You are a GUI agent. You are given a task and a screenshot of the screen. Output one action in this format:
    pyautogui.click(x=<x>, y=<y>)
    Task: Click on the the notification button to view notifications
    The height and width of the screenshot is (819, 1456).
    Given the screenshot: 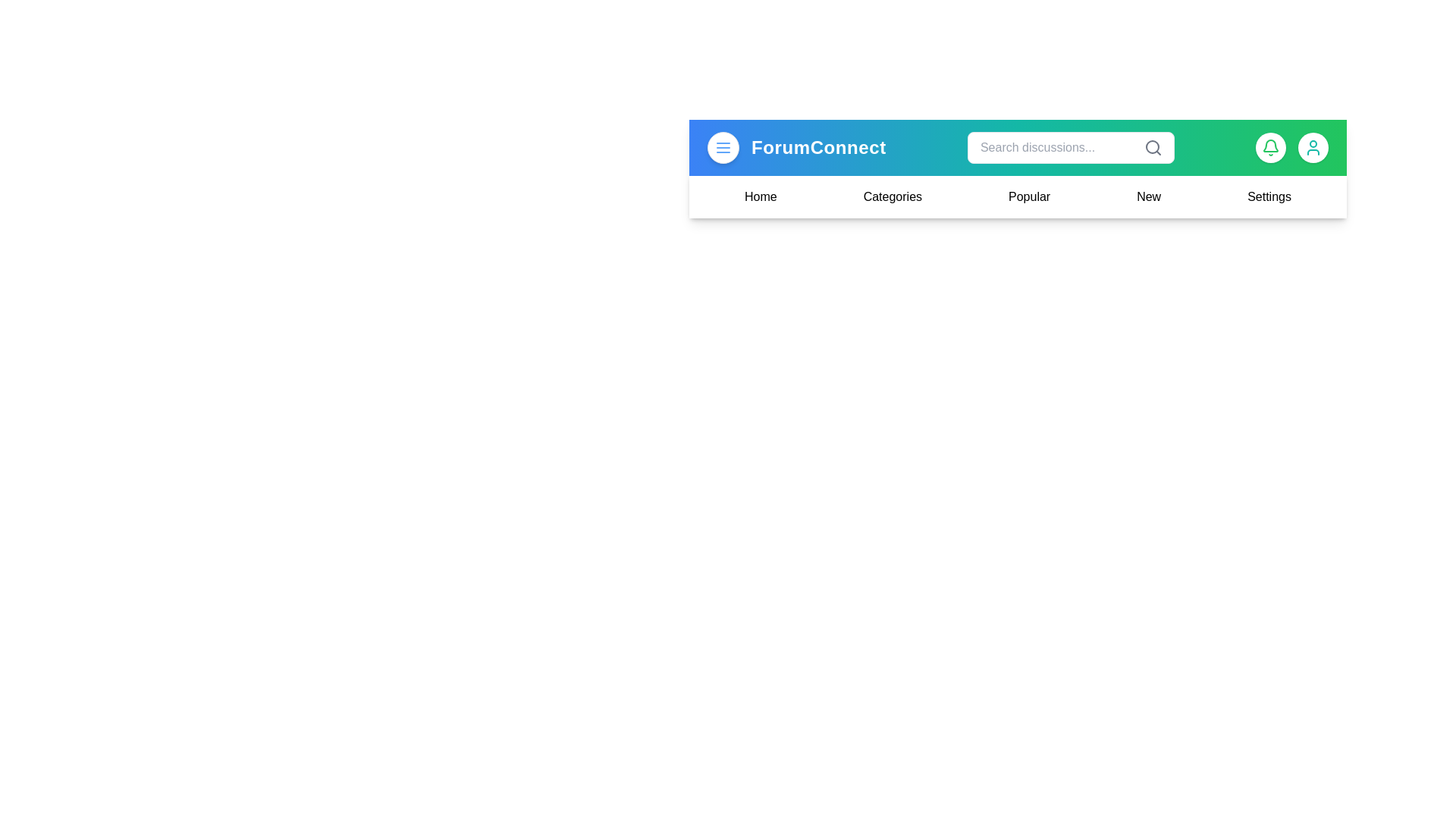 What is the action you would take?
    pyautogui.click(x=1270, y=148)
    